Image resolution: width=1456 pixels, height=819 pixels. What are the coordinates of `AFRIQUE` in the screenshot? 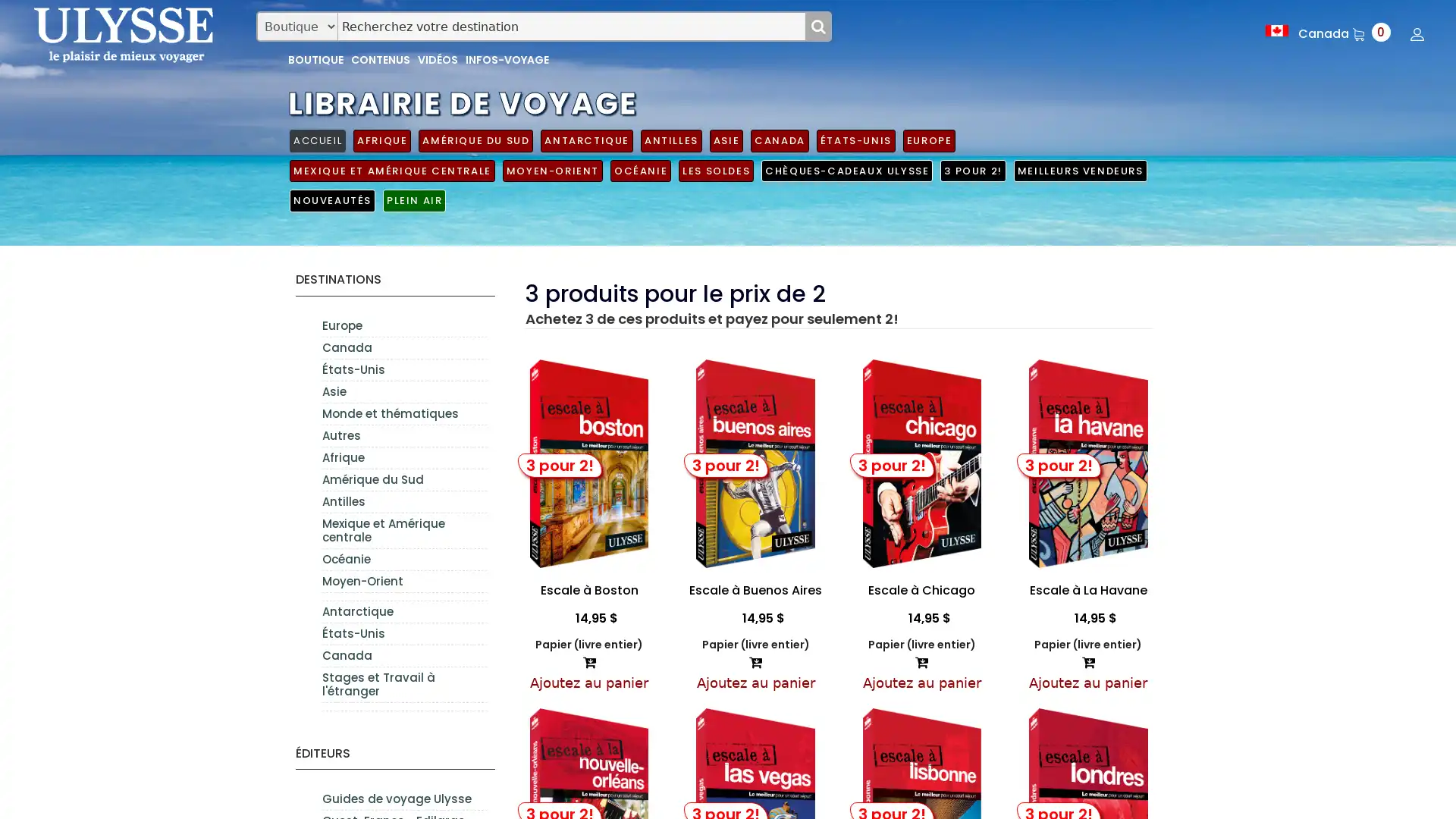 It's located at (382, 140).